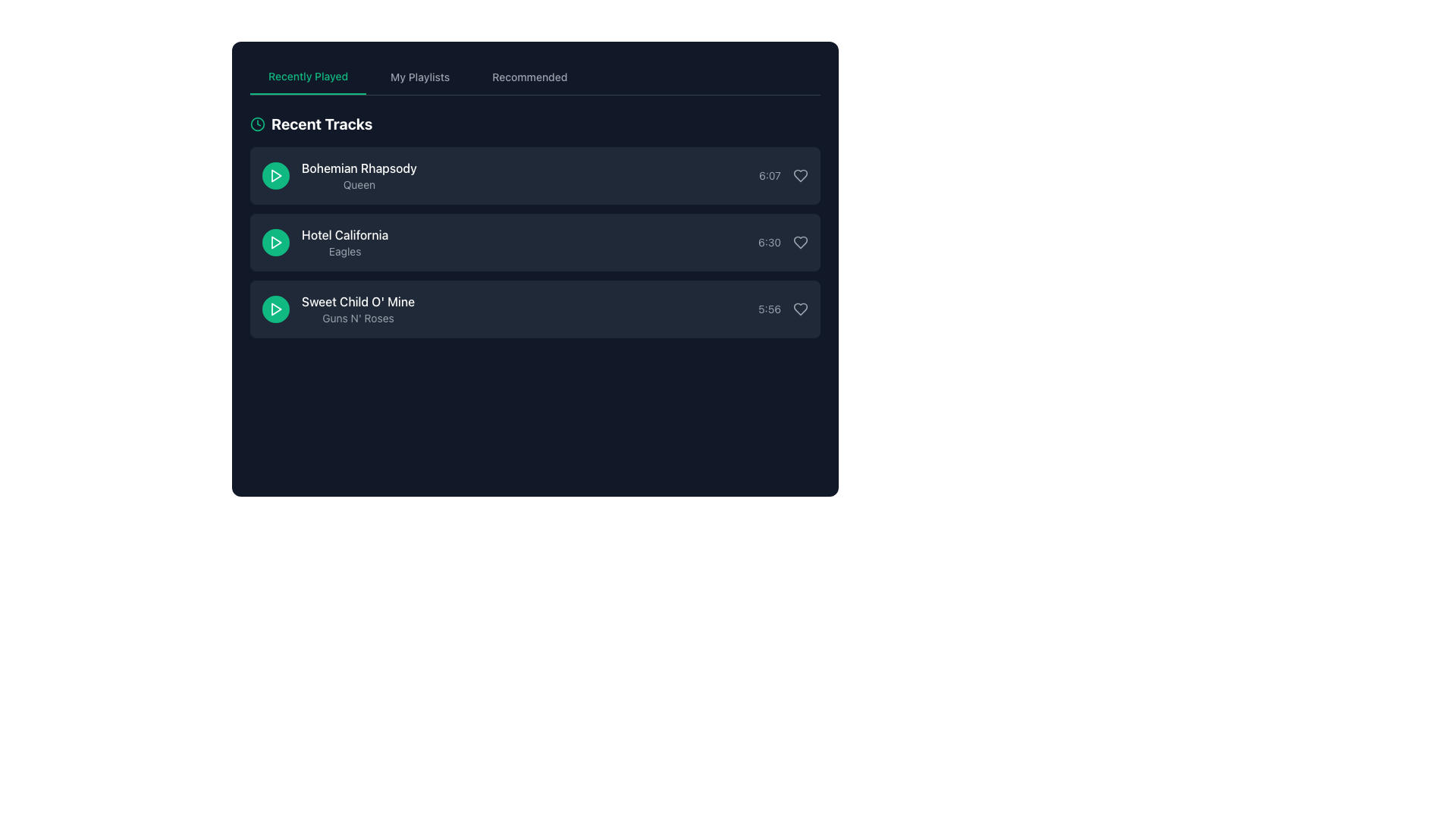 The height and width of the screenshot is (819, 1456). What do you see at coordinates (325, 242) in the screenshot?
I see `displayed text 'Hotel California' from the second entry in the playlist, which is styled in white medium-weight font and has 'Eagles' in smaller gray font beneath it` at bounding box center [325, 242].